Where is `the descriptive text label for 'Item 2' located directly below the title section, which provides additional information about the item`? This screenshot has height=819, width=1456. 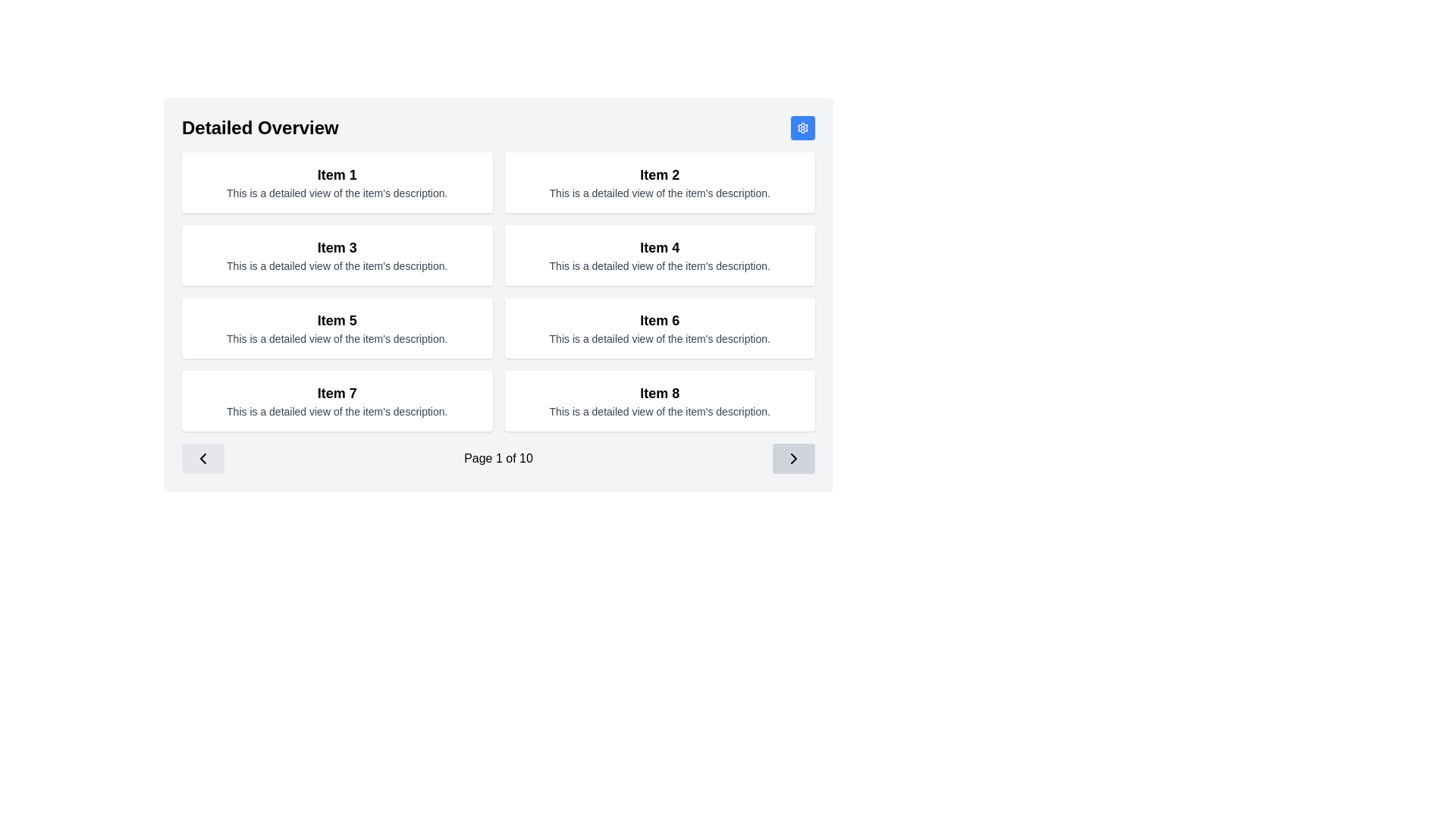 the descriptive text label for 'Item 2' located directly below the title section, which provides additional information about the item is located at coordinates (660, 192).